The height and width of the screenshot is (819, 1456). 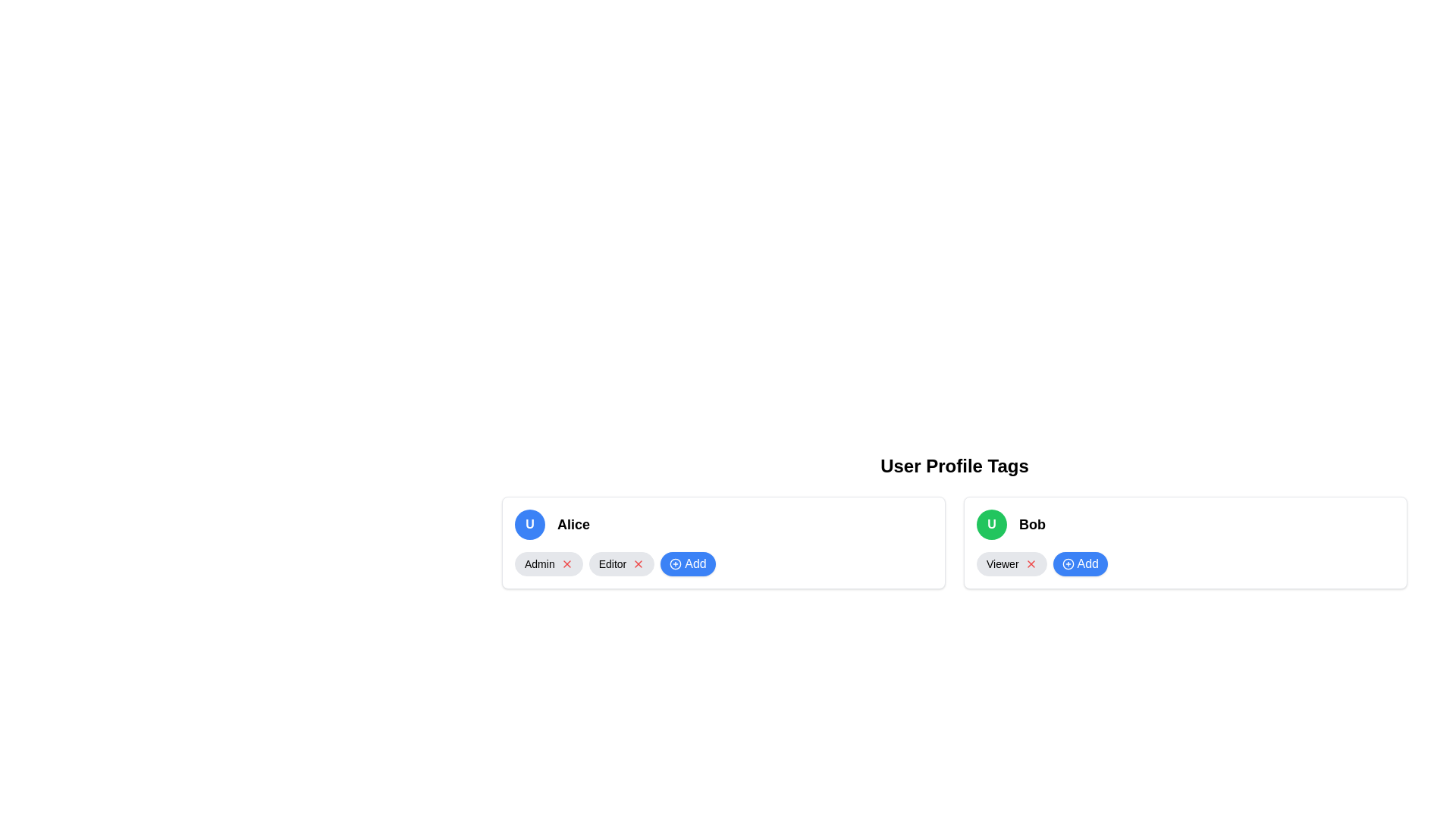 What do you see at coordinates (953, 465) in the screenshot?
I see `the 'User Profile Tags' text label, which is styled with a bold and large font and located at the top of the user profiles section` at bounding box center [953, 465].